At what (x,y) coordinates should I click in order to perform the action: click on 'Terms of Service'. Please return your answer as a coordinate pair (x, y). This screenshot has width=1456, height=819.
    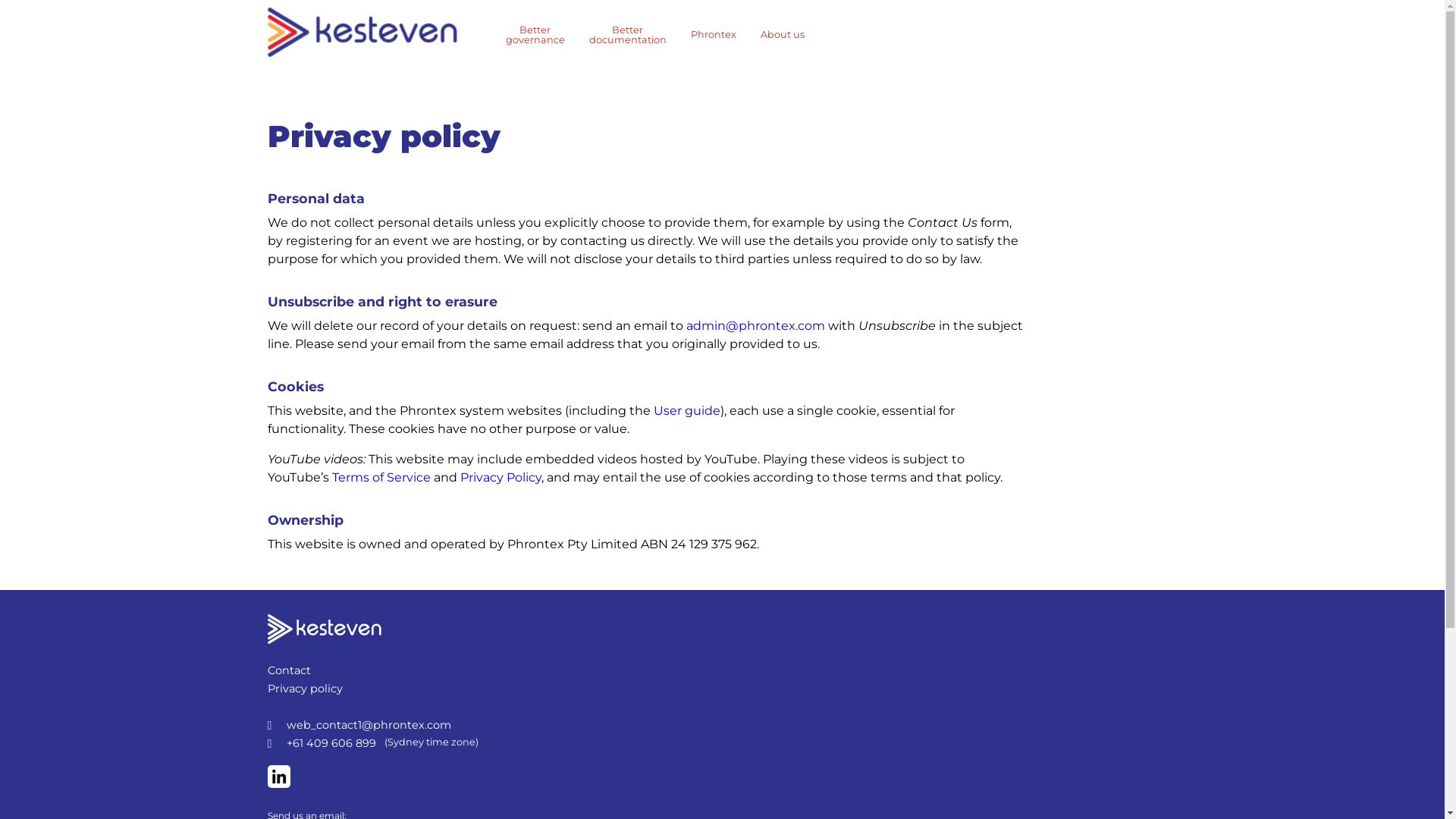
    Looking at the image, I should click on (381, 476).